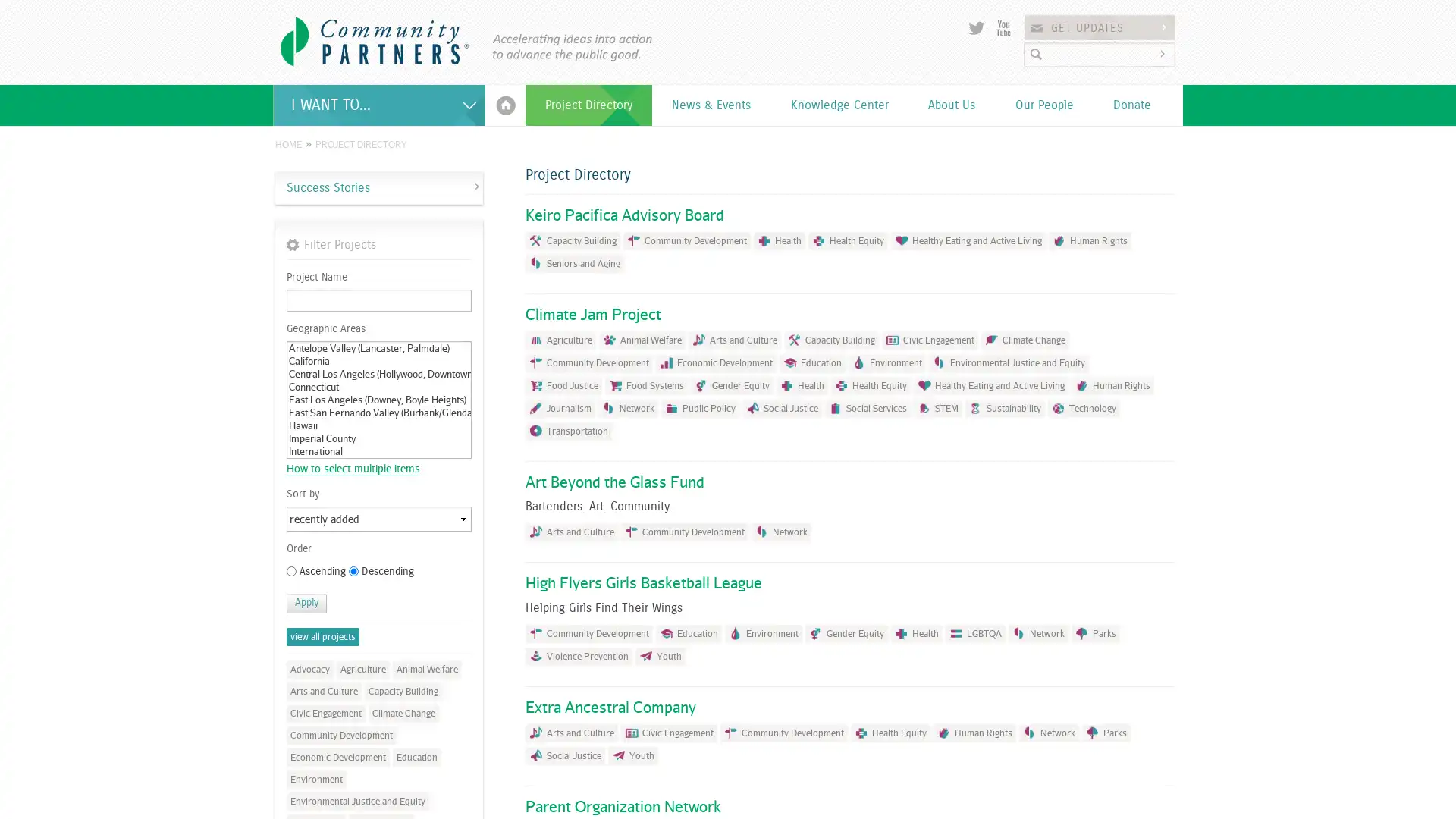 The height and width of the screenshot is (819, 1456). I want to click on Apply, so click(306, 602).